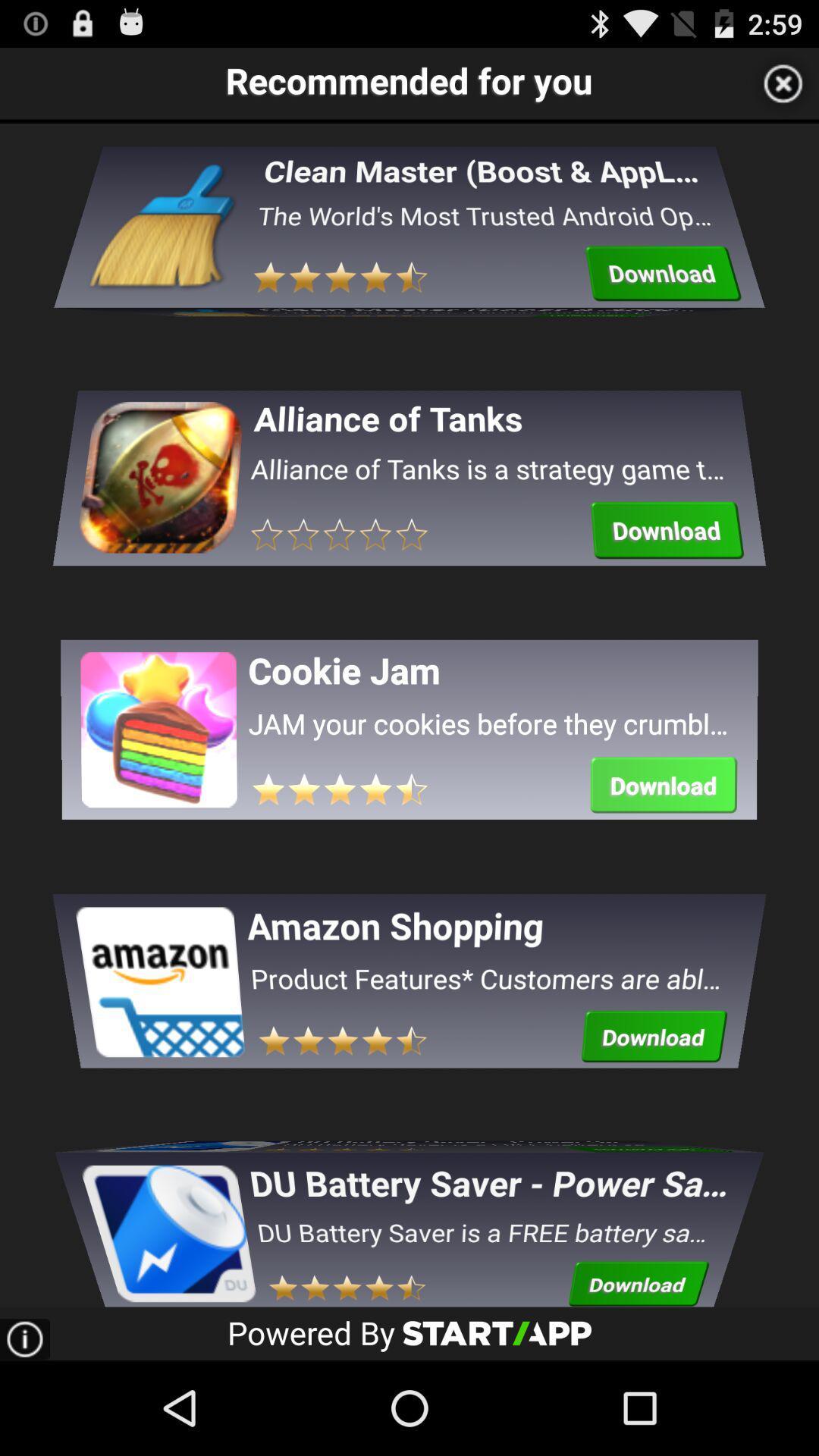 This screenshot has width=819, height=1456. Describe the element at coordinates (783, 89) in the screenshot. I see `the close icon` at that location.